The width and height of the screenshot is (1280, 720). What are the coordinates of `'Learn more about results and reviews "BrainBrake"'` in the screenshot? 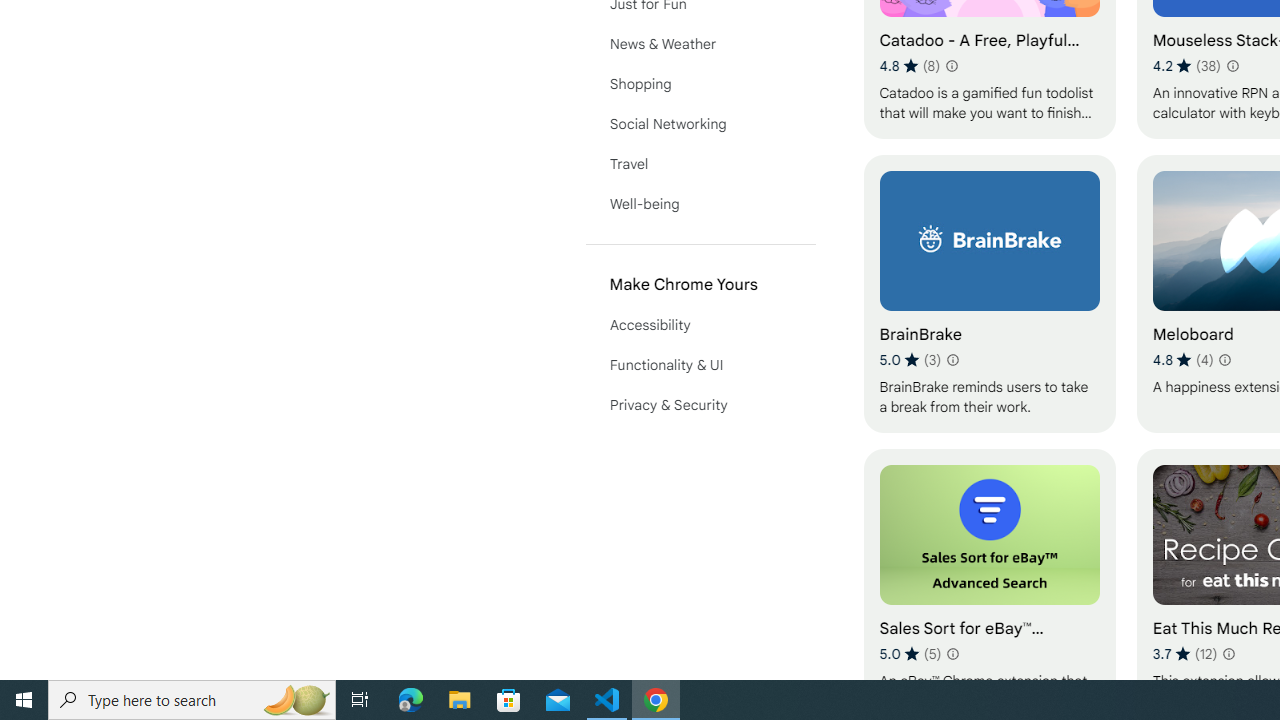 It's located at (951, 360).